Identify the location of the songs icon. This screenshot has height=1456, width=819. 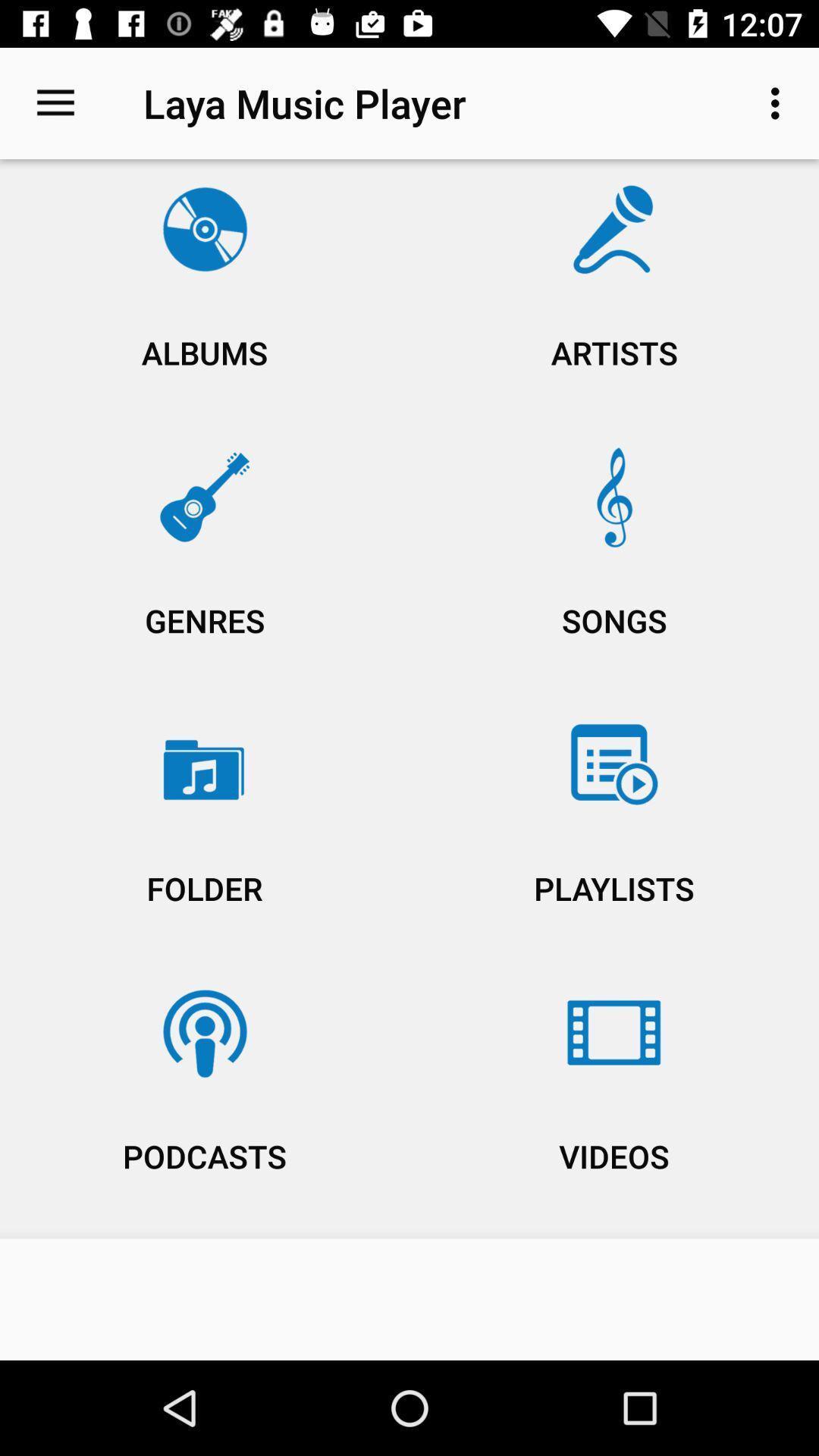
(614, 564).